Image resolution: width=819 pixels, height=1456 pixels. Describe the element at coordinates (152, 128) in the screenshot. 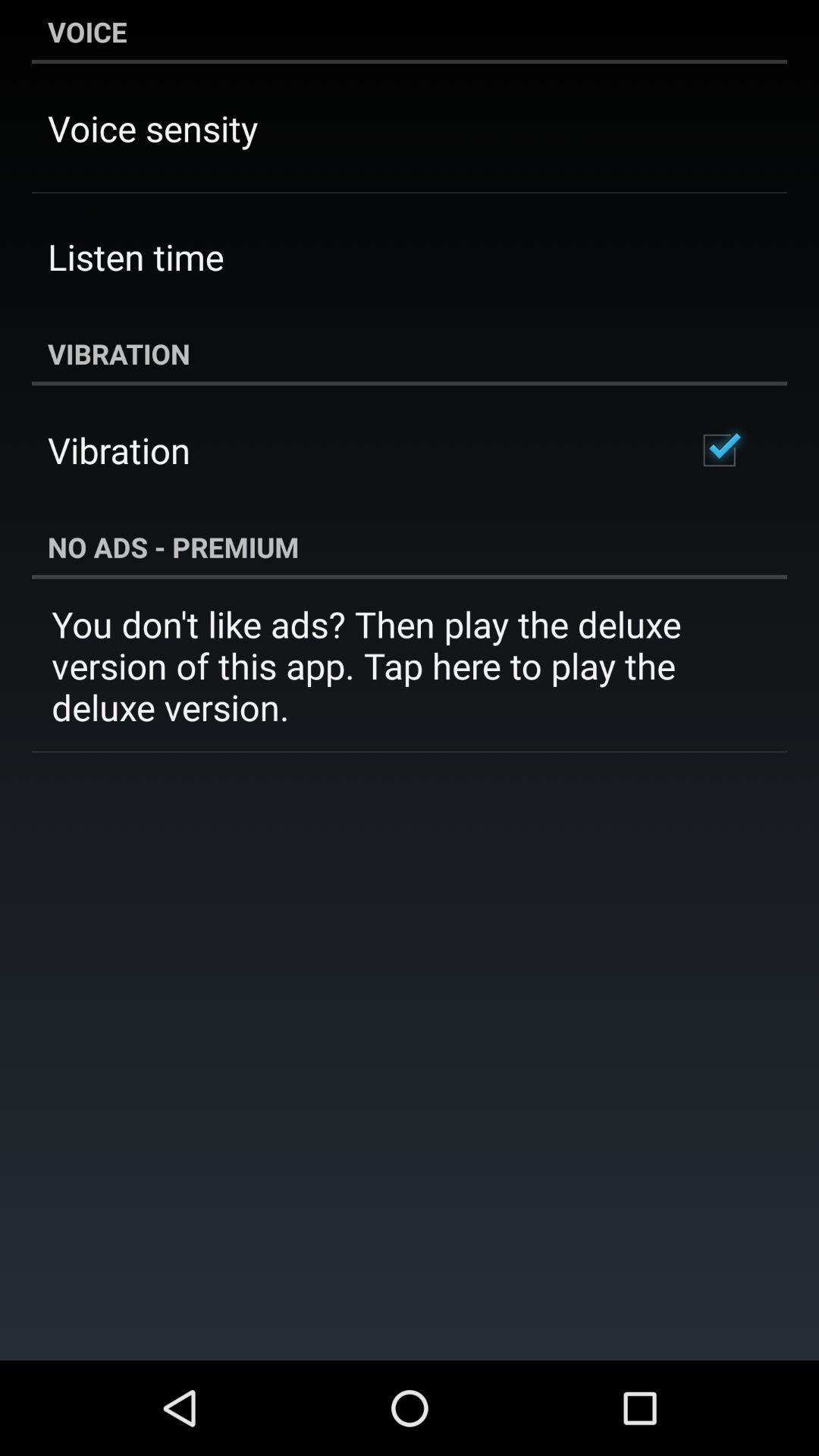

I see `the voice sensity` at that location.